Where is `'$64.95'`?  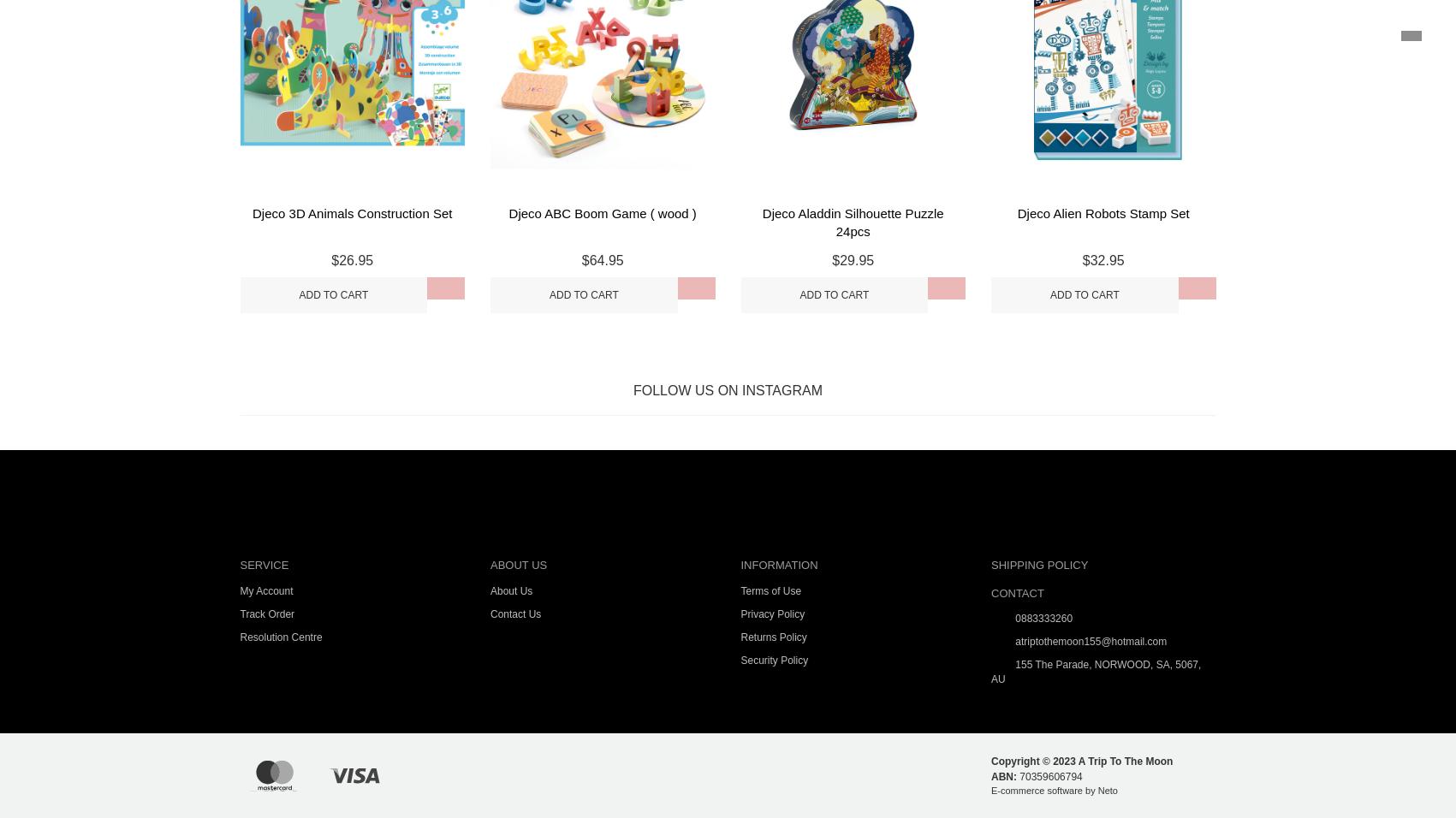 '$64.95' is located at coordinates (601, 259).